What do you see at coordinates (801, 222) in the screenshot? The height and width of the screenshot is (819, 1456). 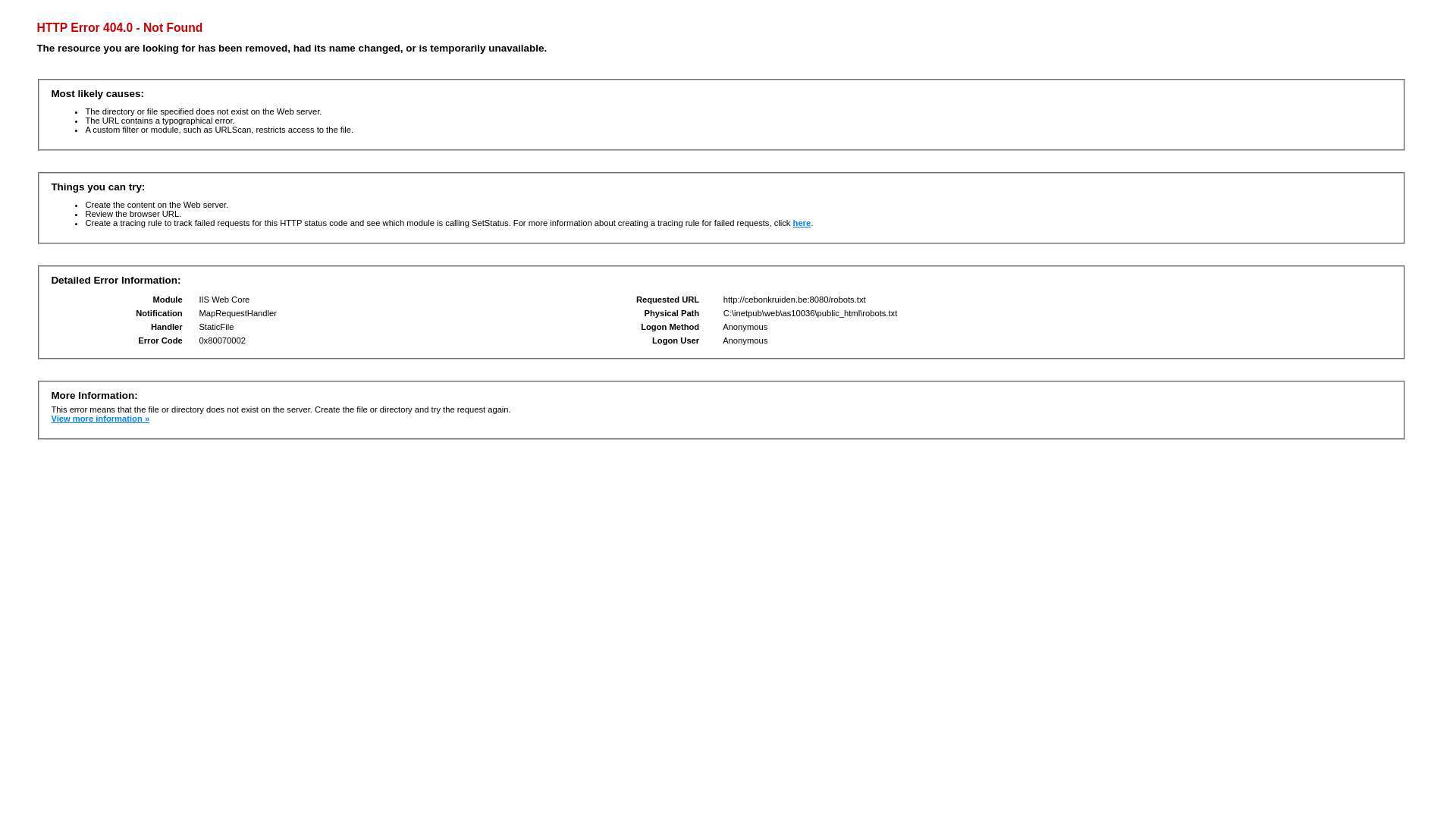 I see `'here'` at bounding box center [801, 222].